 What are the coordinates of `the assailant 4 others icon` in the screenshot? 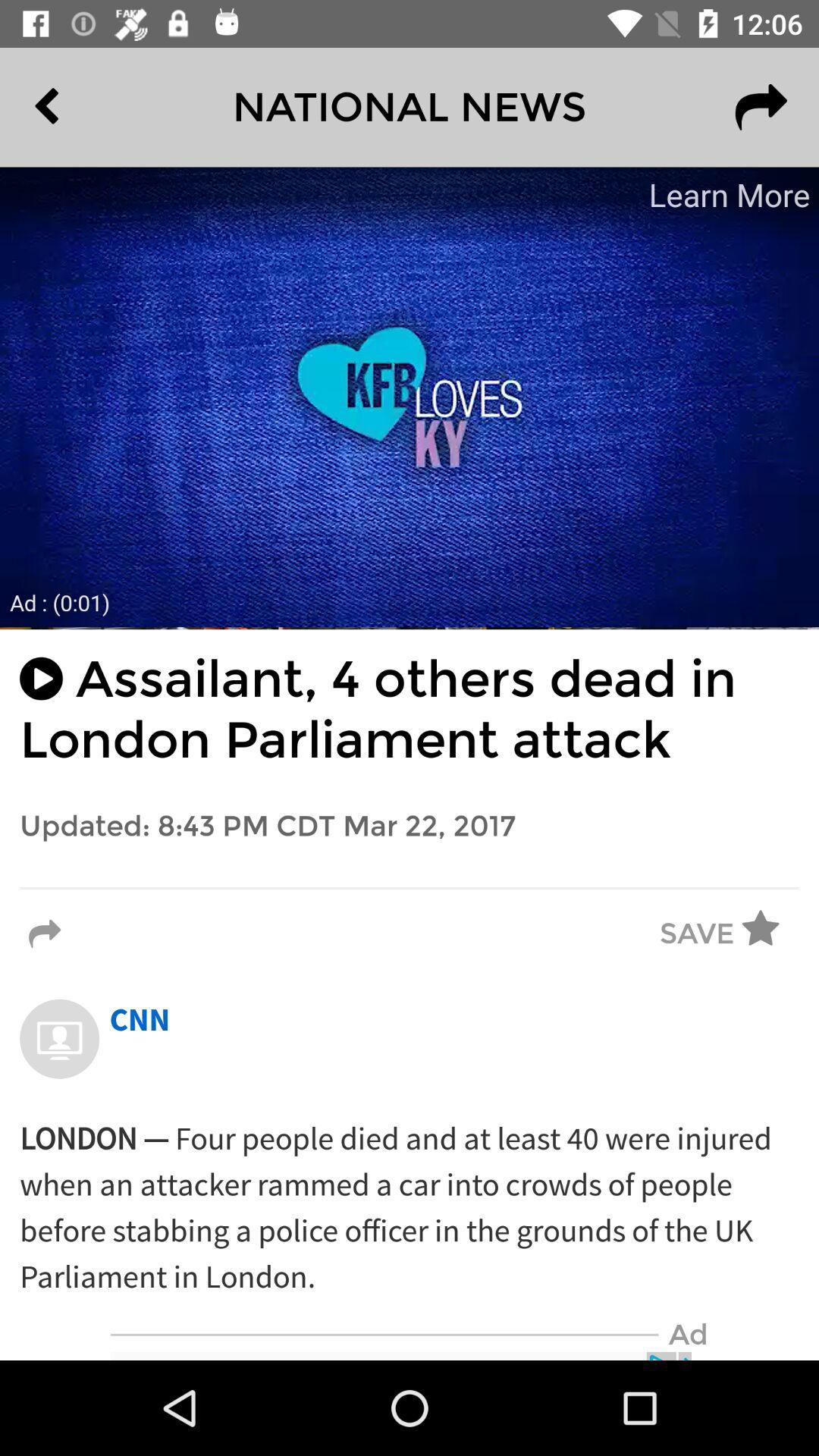 It's located at (409, 709).